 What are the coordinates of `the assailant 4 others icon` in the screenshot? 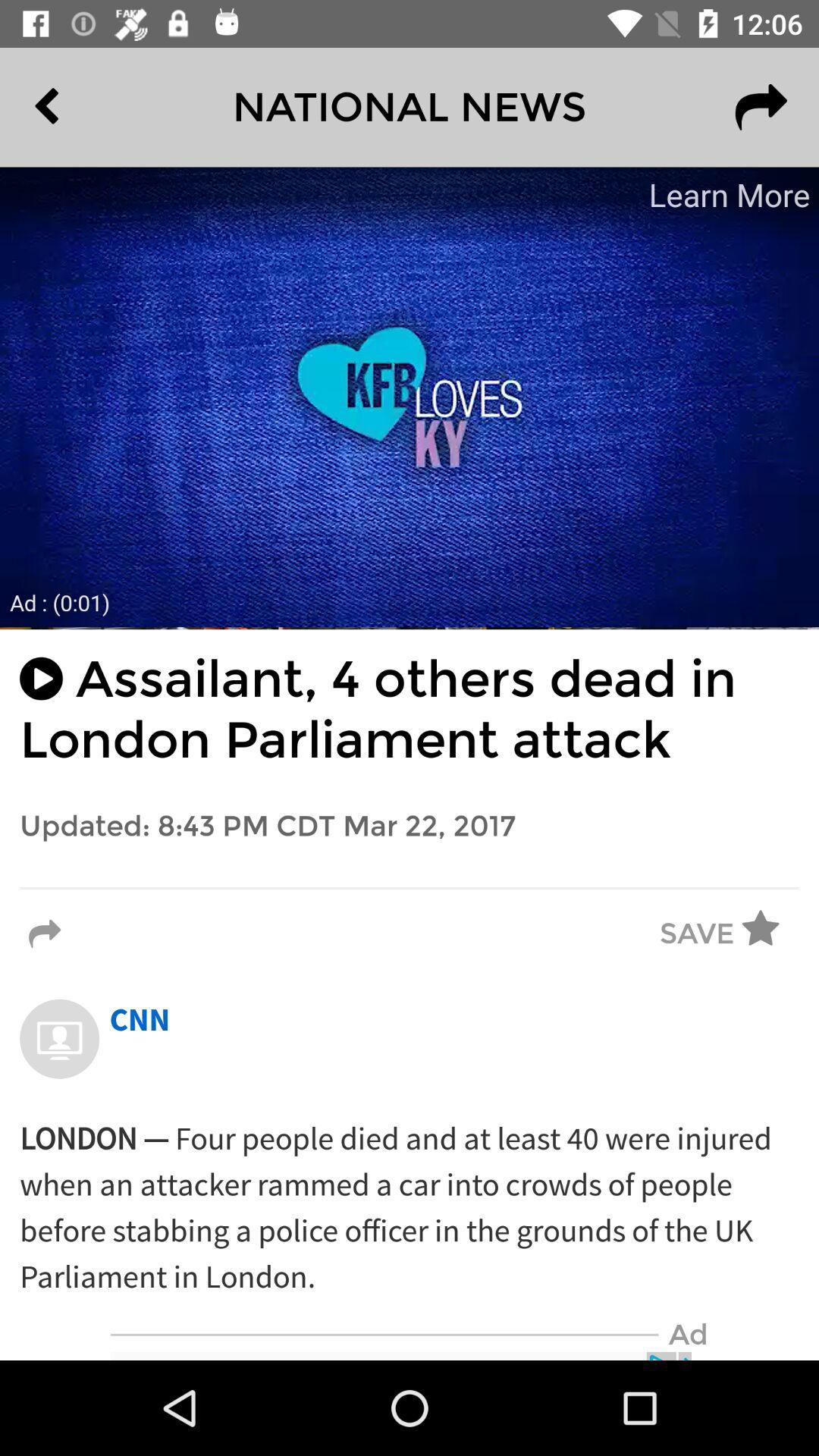 It's located at (409, 709).